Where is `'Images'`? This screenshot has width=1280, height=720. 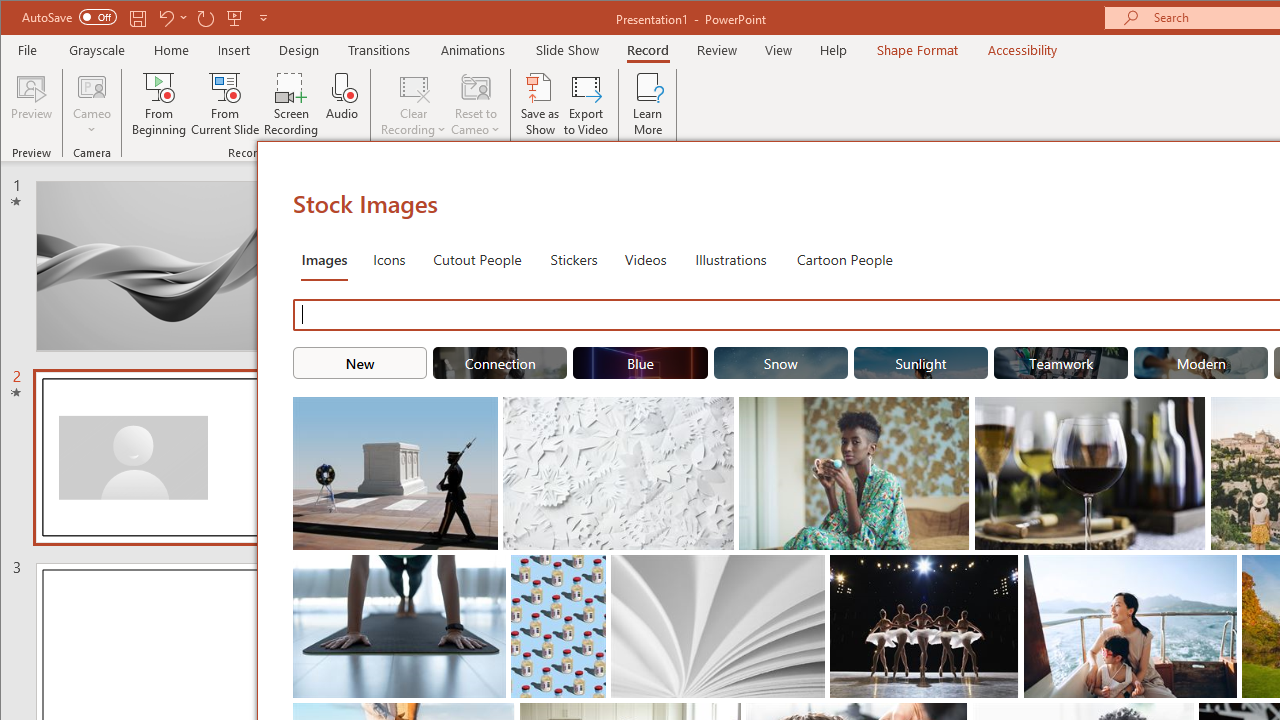
'Images' is located at coordinates (324, 257).